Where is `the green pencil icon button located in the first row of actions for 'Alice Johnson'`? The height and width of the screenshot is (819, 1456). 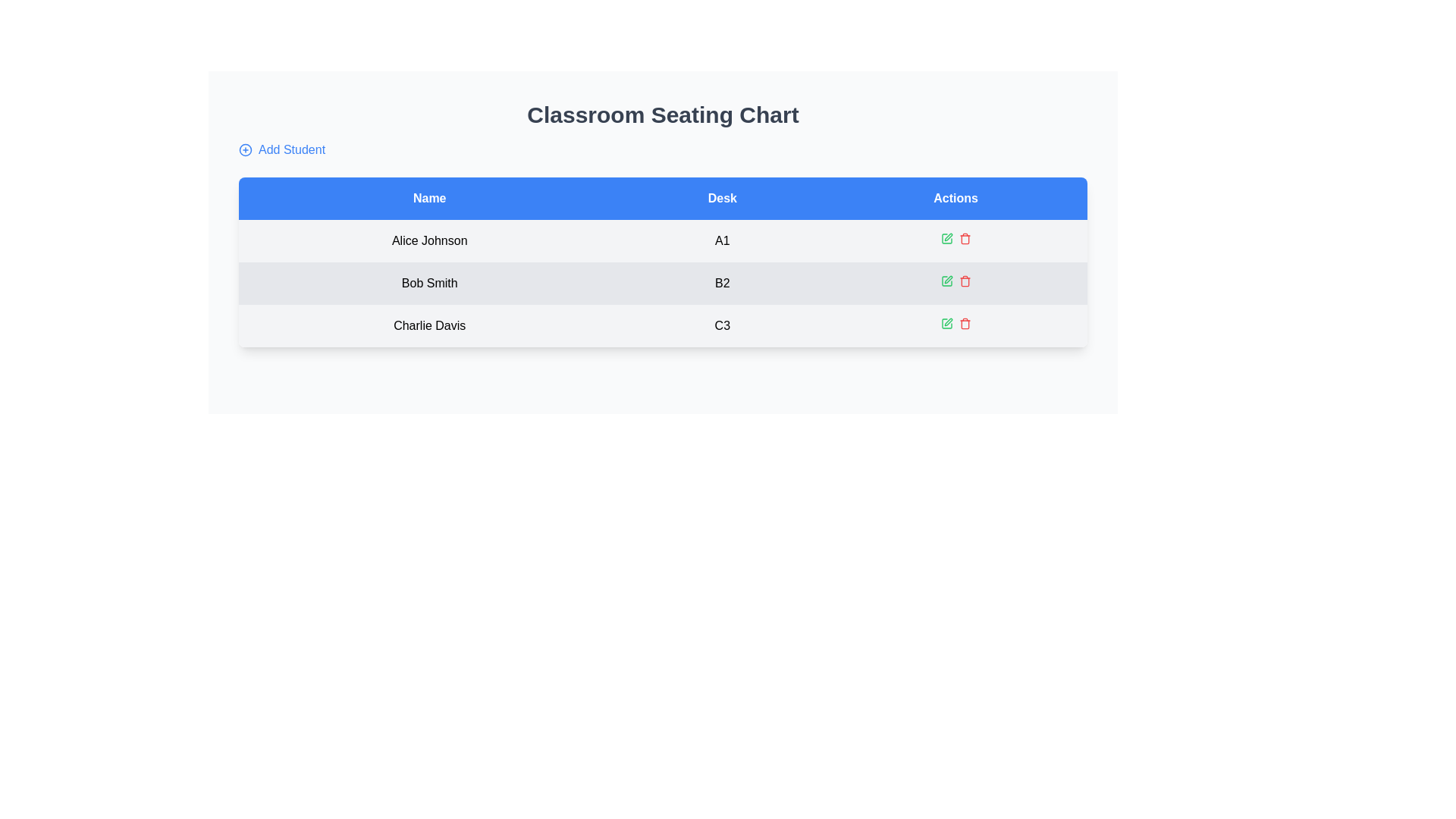
the green pencil icon button located in the first row of actions for 'Alice Johnson' is located at coordinates (946, 239).